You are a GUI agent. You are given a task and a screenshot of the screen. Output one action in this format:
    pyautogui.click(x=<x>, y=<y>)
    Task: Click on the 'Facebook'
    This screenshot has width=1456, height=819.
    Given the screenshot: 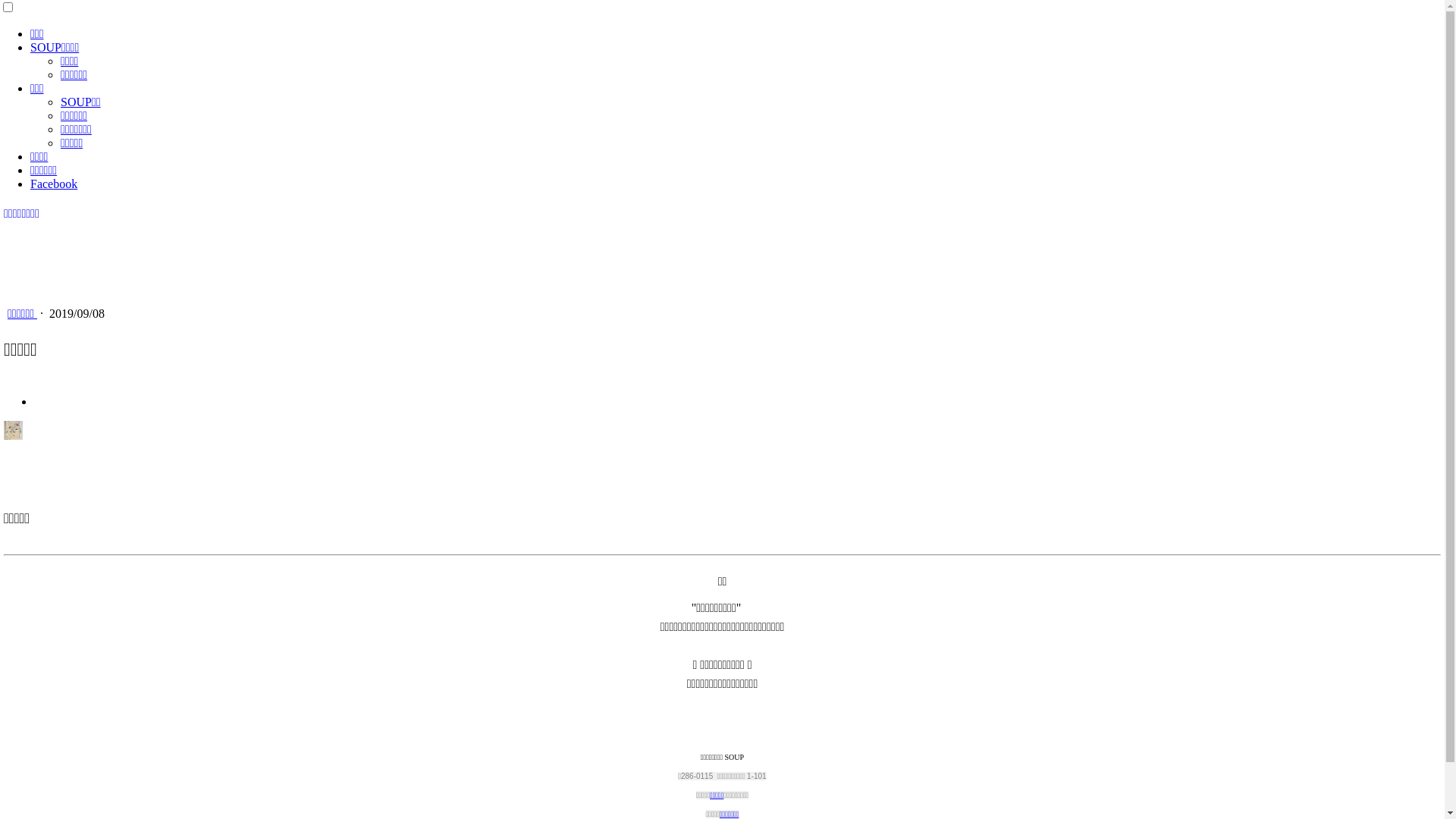 What is the action you would take?
    pyautogui.click(x=54, y=183)
    